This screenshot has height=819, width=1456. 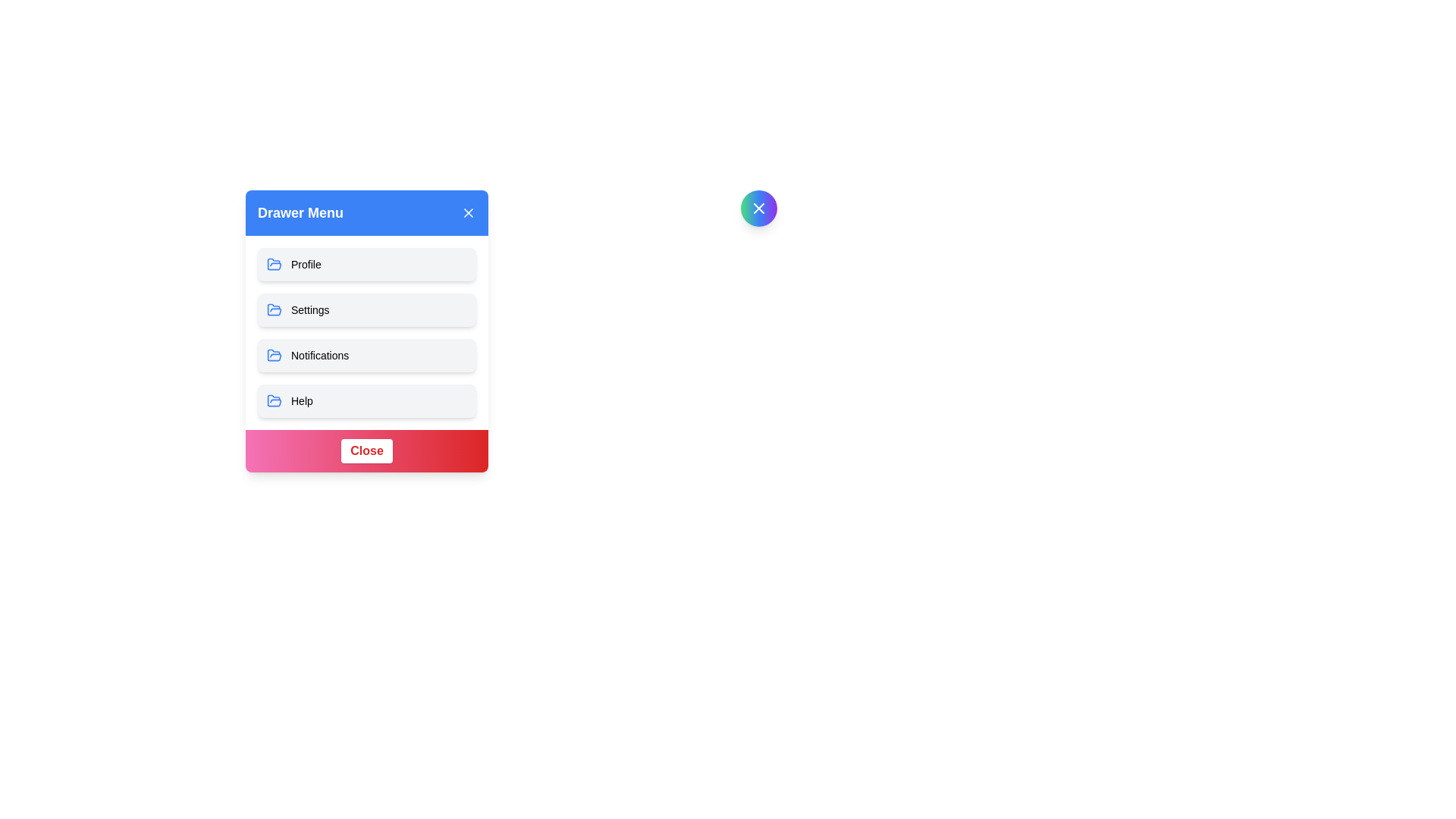 I want to click on the 'Profile' menu item by clicking on the icon located to the left of the text 'Profile' in the first list item of the drawer menu, so click(x=274, y=263).